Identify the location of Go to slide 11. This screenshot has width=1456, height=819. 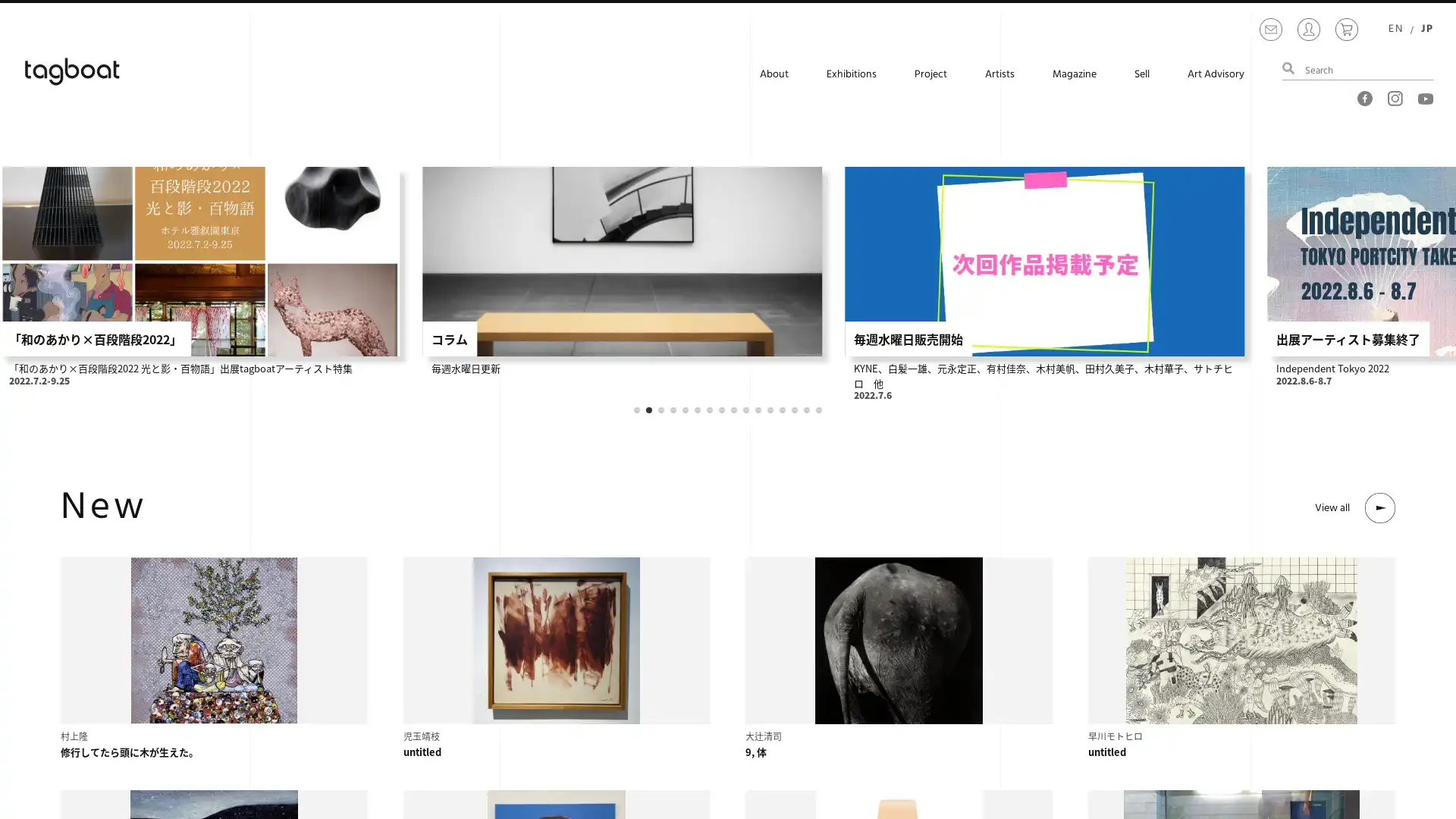
(758, 409).